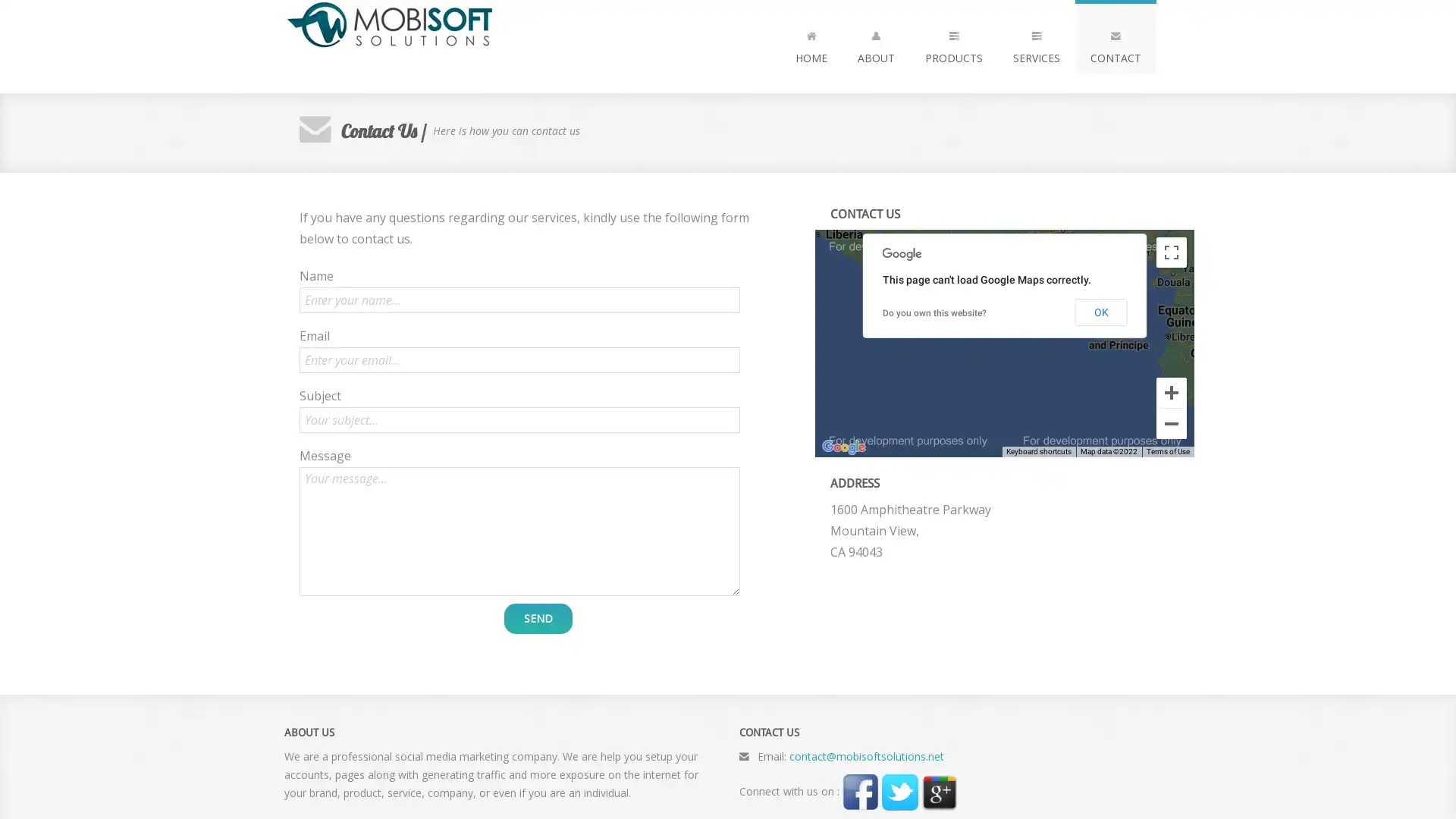 The height and width of the screenshot is (819, 1456). Describe the element at coordinates (1037, 451) in the screenshot. I see `Keyboard shortcuts` at that location.